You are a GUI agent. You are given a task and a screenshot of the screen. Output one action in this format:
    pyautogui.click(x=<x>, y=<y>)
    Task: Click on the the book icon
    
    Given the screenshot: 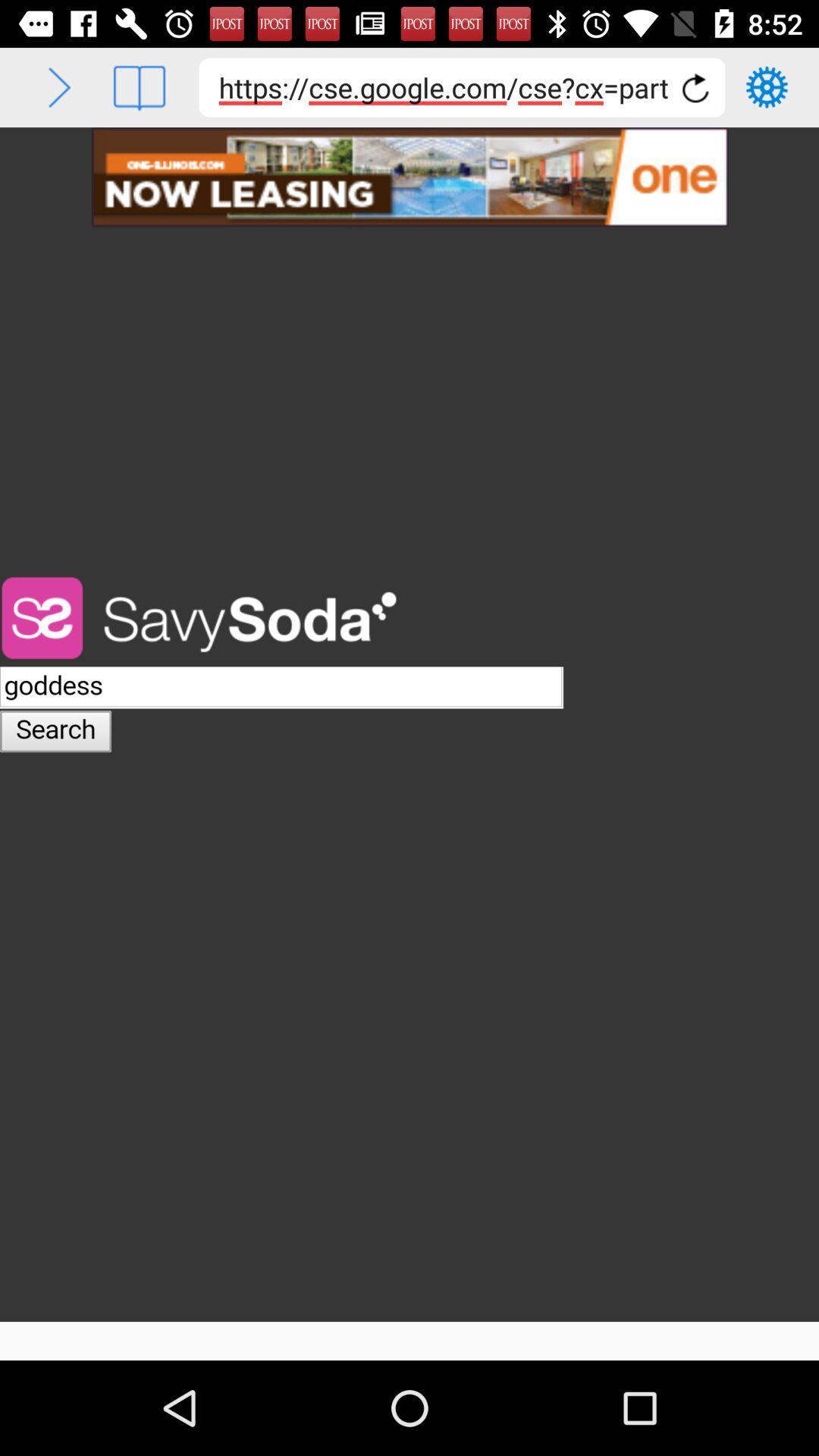 What is the action you would take?
    pyautogui.click(x=139, y=86)
    